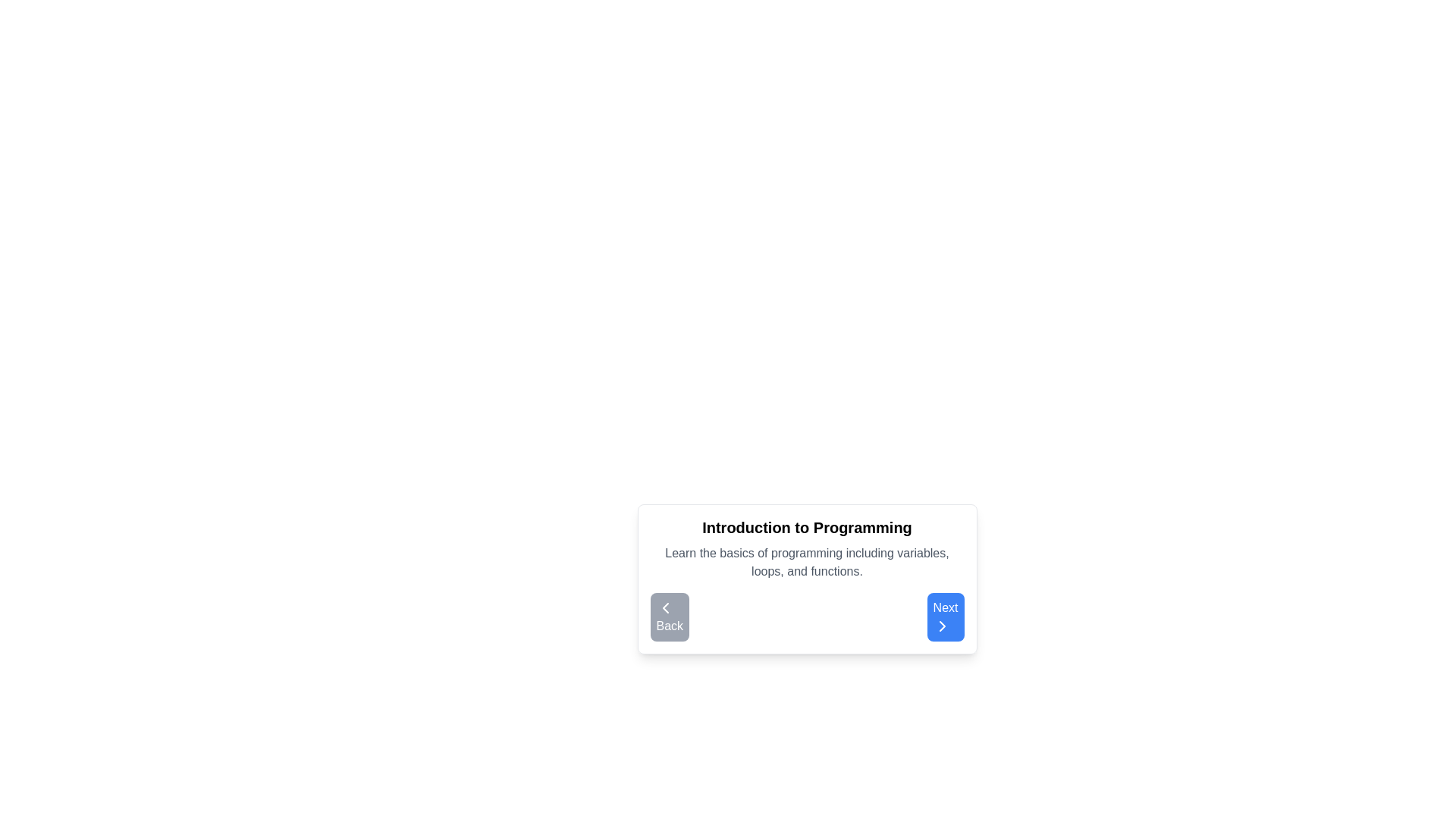 The height and width of the screenshot is (819, 1456). What do you see at coordinates (665, 607) in the screenshot?
I see `the leftward-facing chevron symbol in the 'Back' button, which is located on the far left of the dialog box containing 'Introduction to Programming.'` at bounding box center [665, 607].